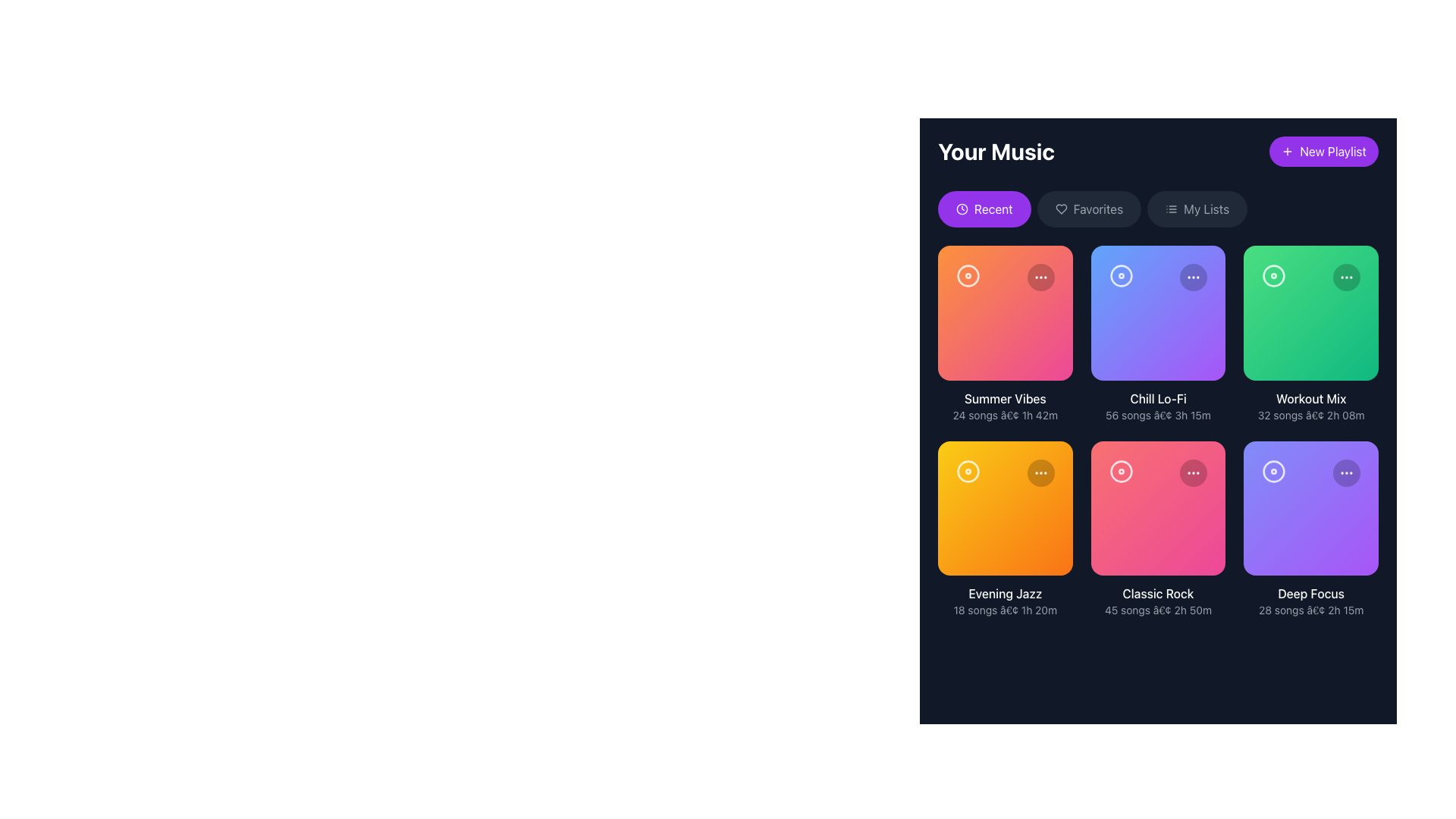 The image size is (1456, 819). I want to click on the circular button icon with concentric rings located centrally within the 'Chill Lo-Fi' blue square card, so click(1121, 275).